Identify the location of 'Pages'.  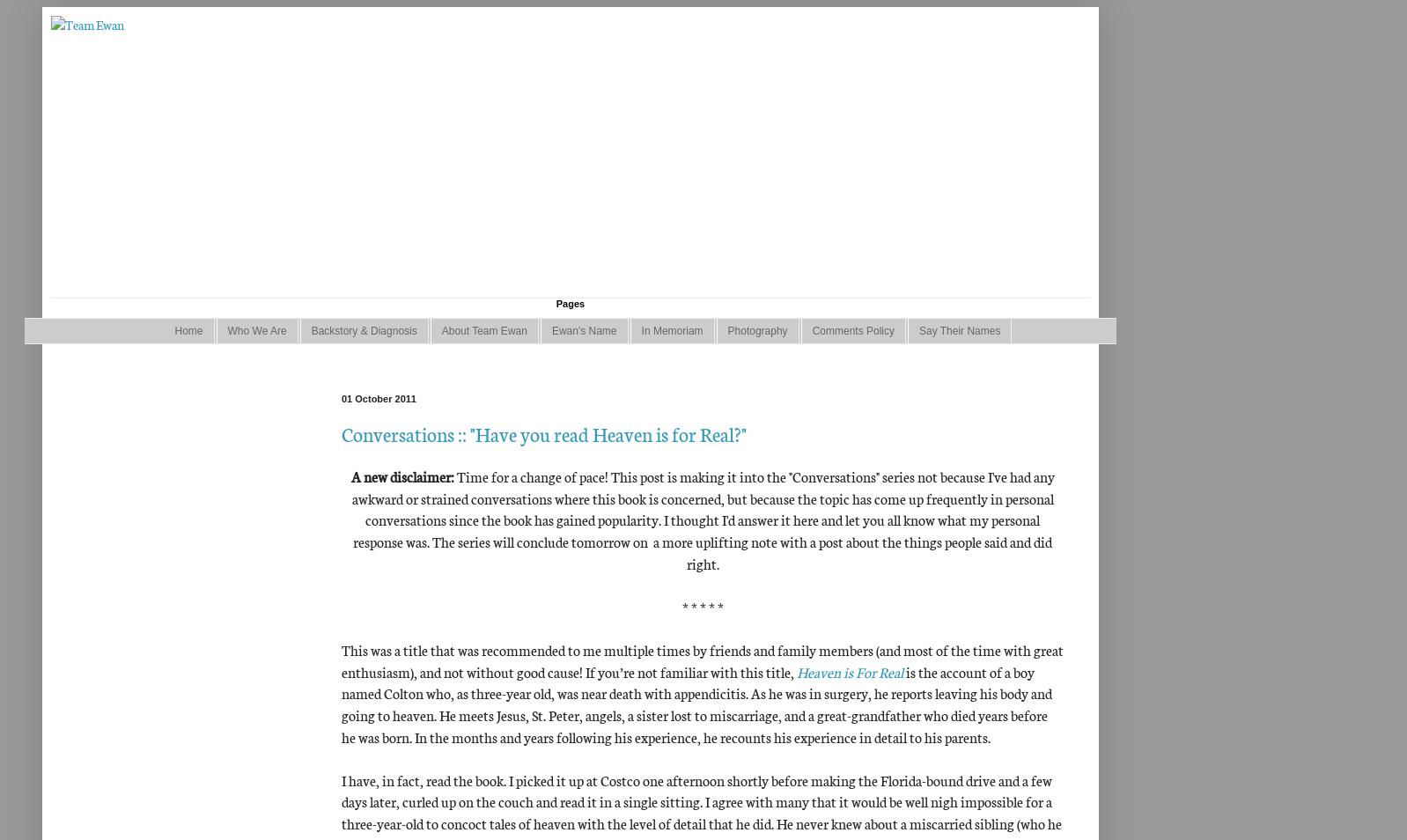
(570, 303).